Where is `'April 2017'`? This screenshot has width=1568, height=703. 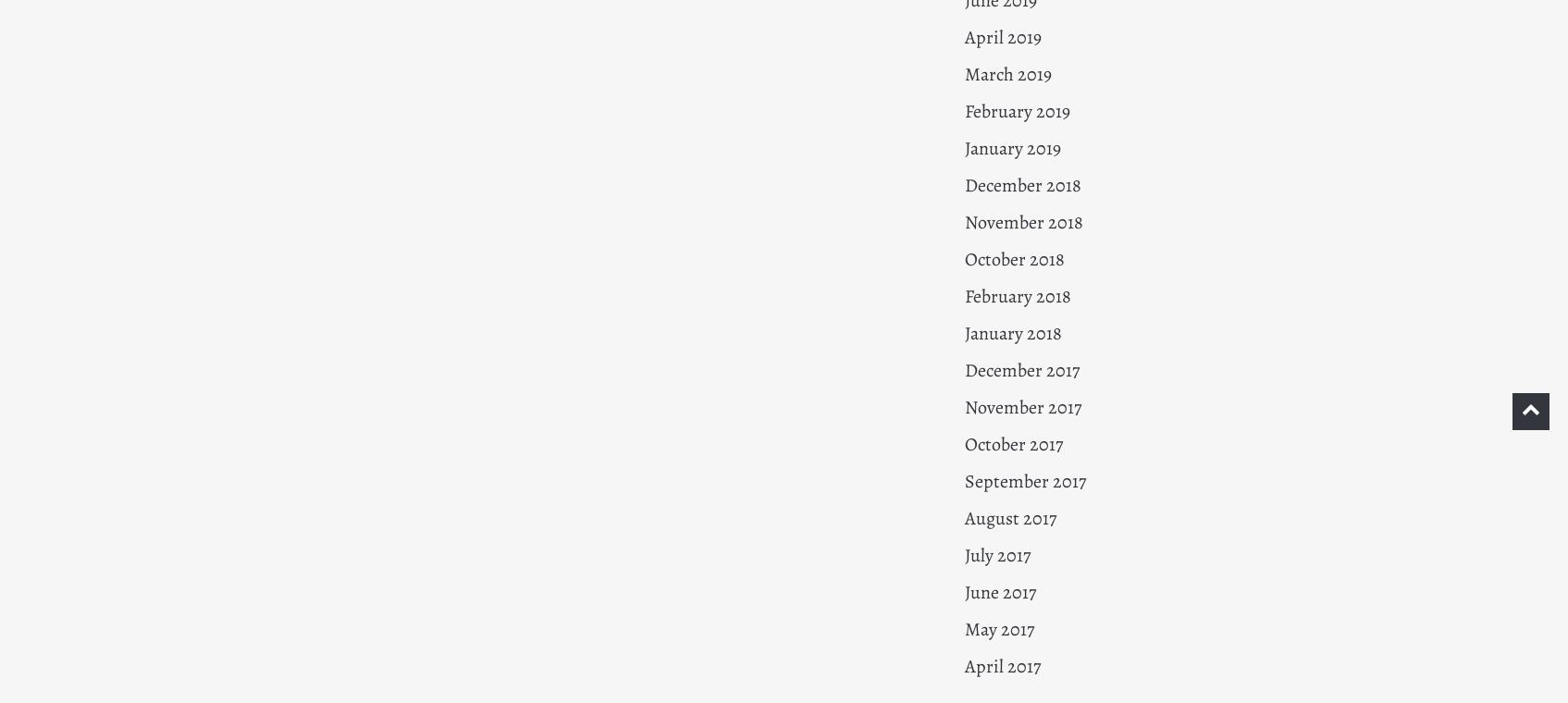
'April 2017' is located at coordinates (1001, 666).